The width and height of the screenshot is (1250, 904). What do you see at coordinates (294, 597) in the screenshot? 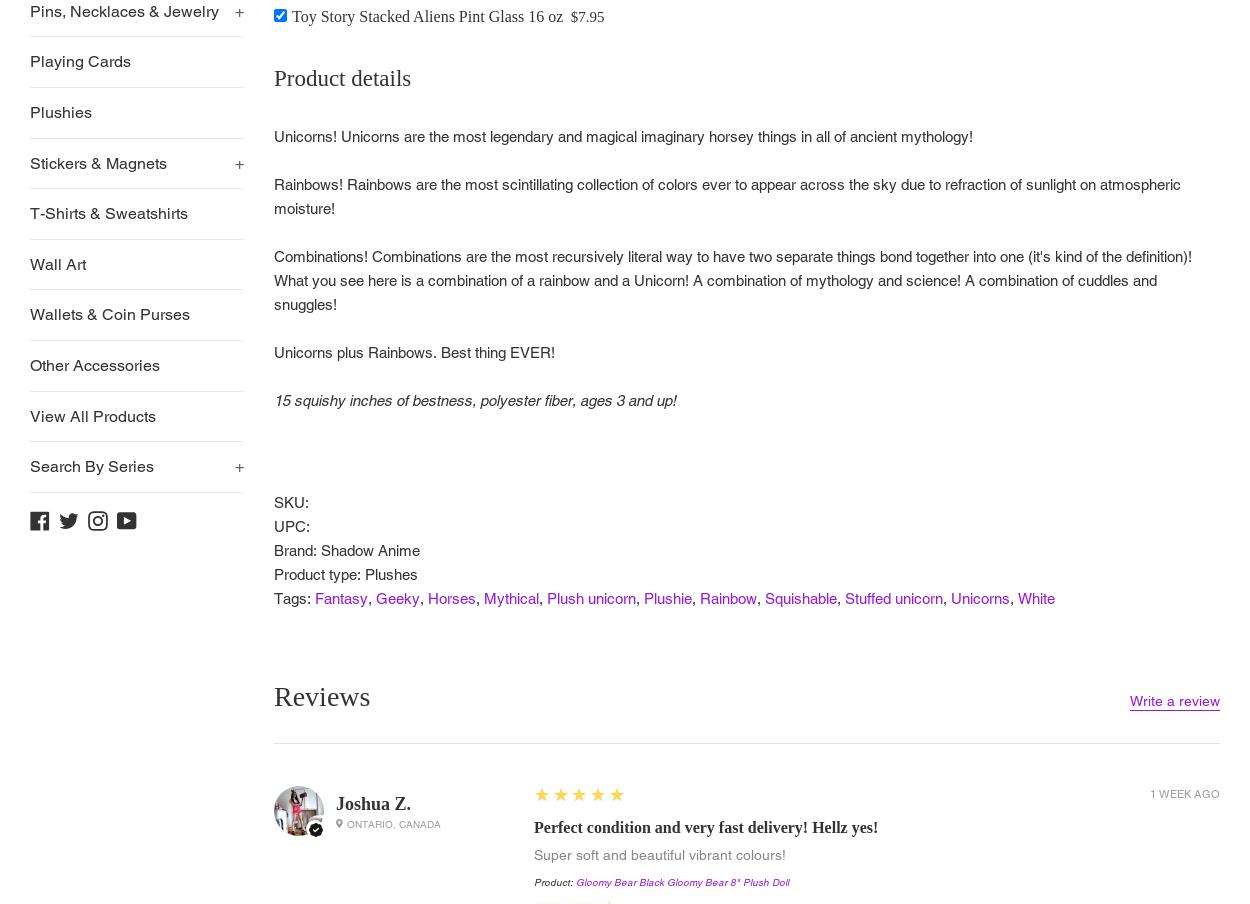
I see `'Tags:'` at bounding box center [294, 597].